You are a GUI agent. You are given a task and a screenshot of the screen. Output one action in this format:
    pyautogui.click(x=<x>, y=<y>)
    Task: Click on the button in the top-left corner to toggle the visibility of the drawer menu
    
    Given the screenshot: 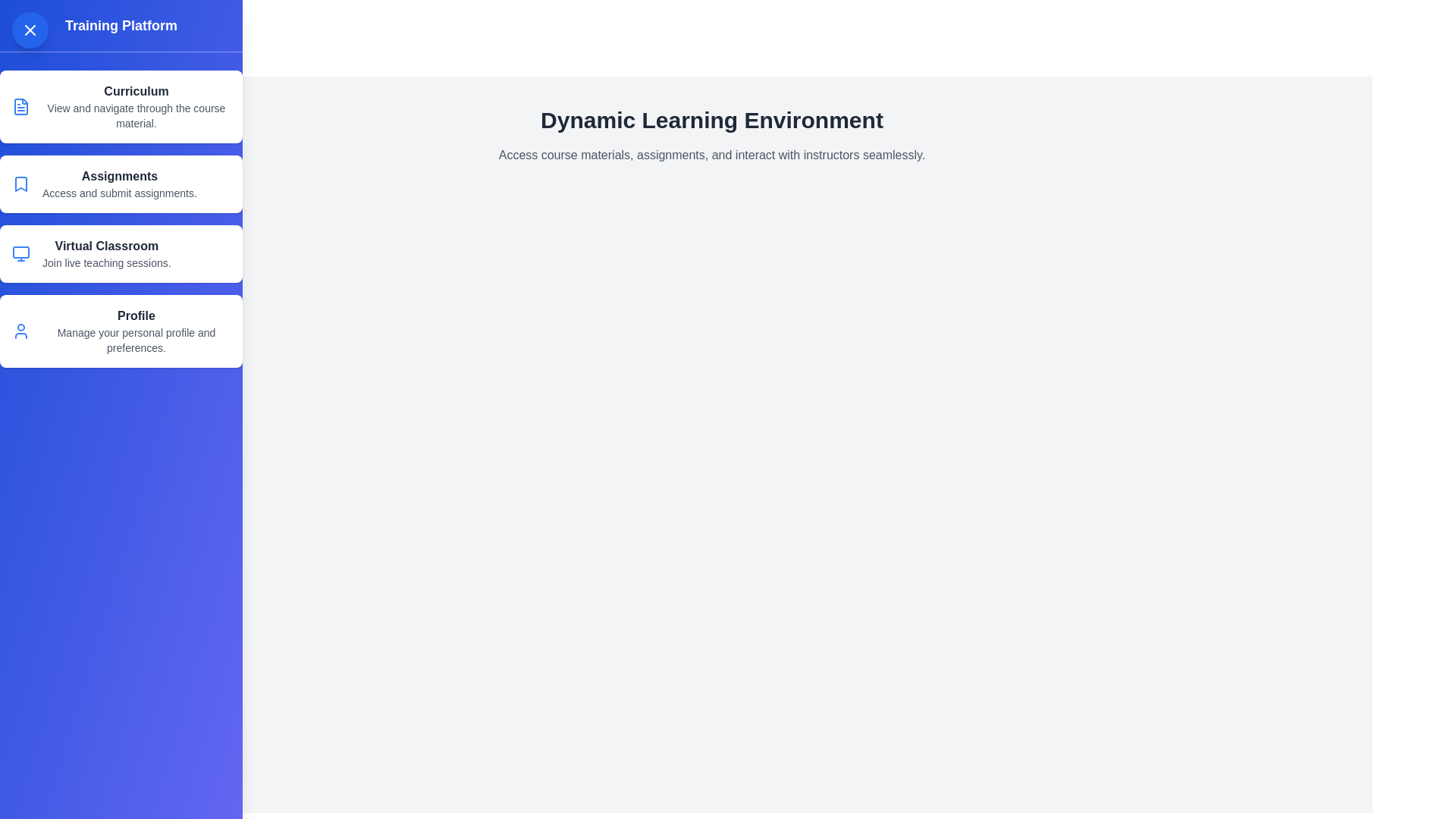 What is the action you would take?
    pyautogui.click(x=30, y=30)
    